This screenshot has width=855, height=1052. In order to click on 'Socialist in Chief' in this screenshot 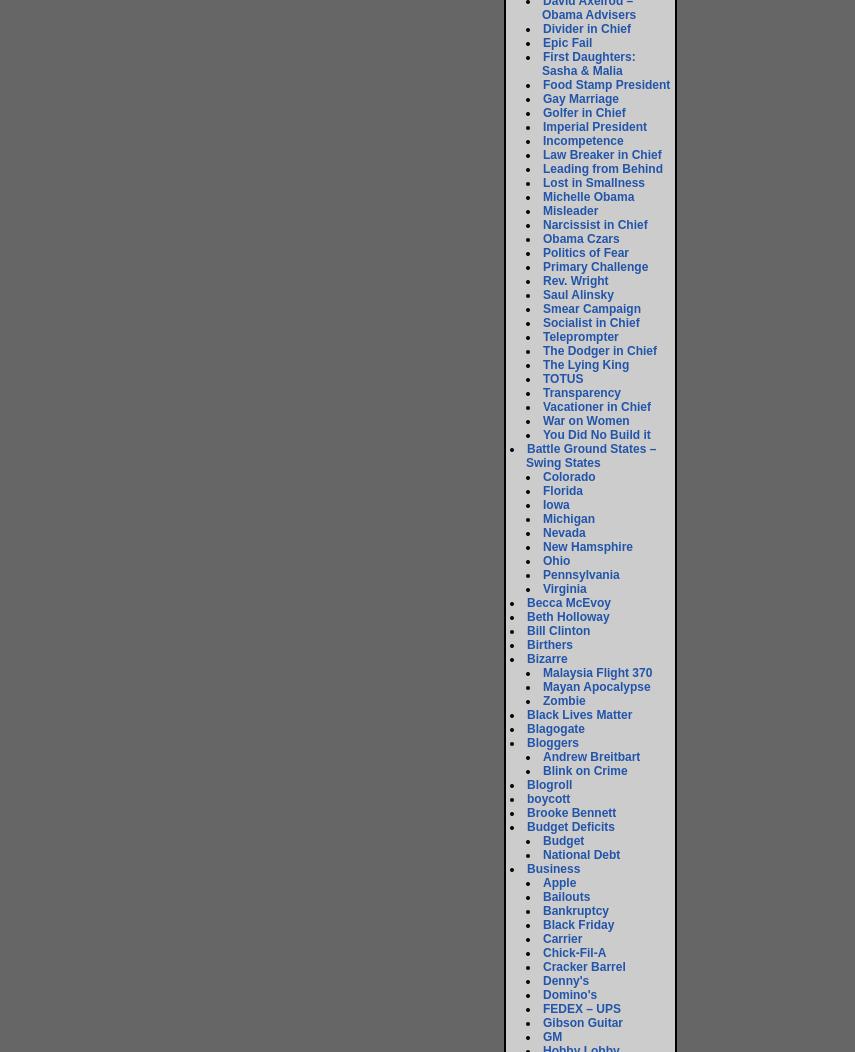, I will do `click(589, 321)`.